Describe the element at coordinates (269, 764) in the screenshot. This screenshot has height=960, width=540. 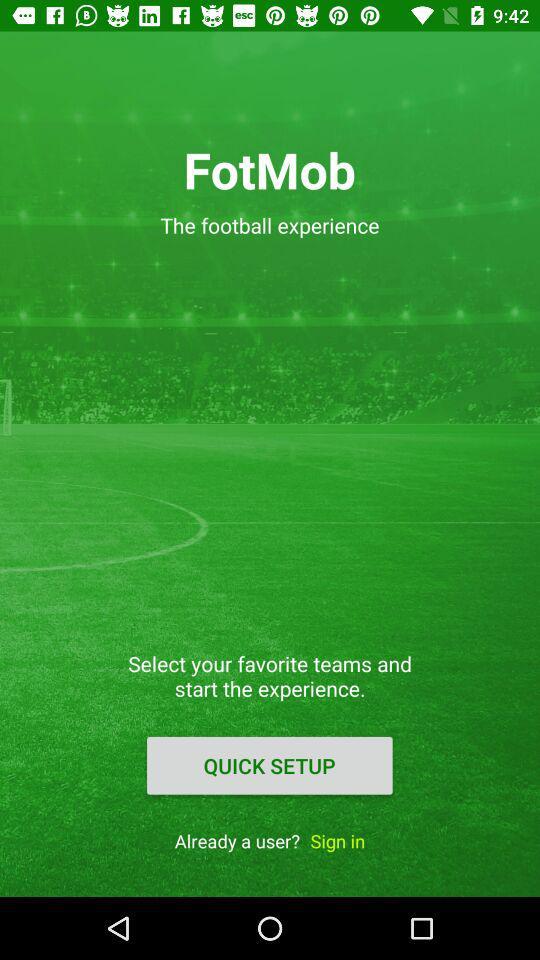
I see `item below the select your favorite` at that location.